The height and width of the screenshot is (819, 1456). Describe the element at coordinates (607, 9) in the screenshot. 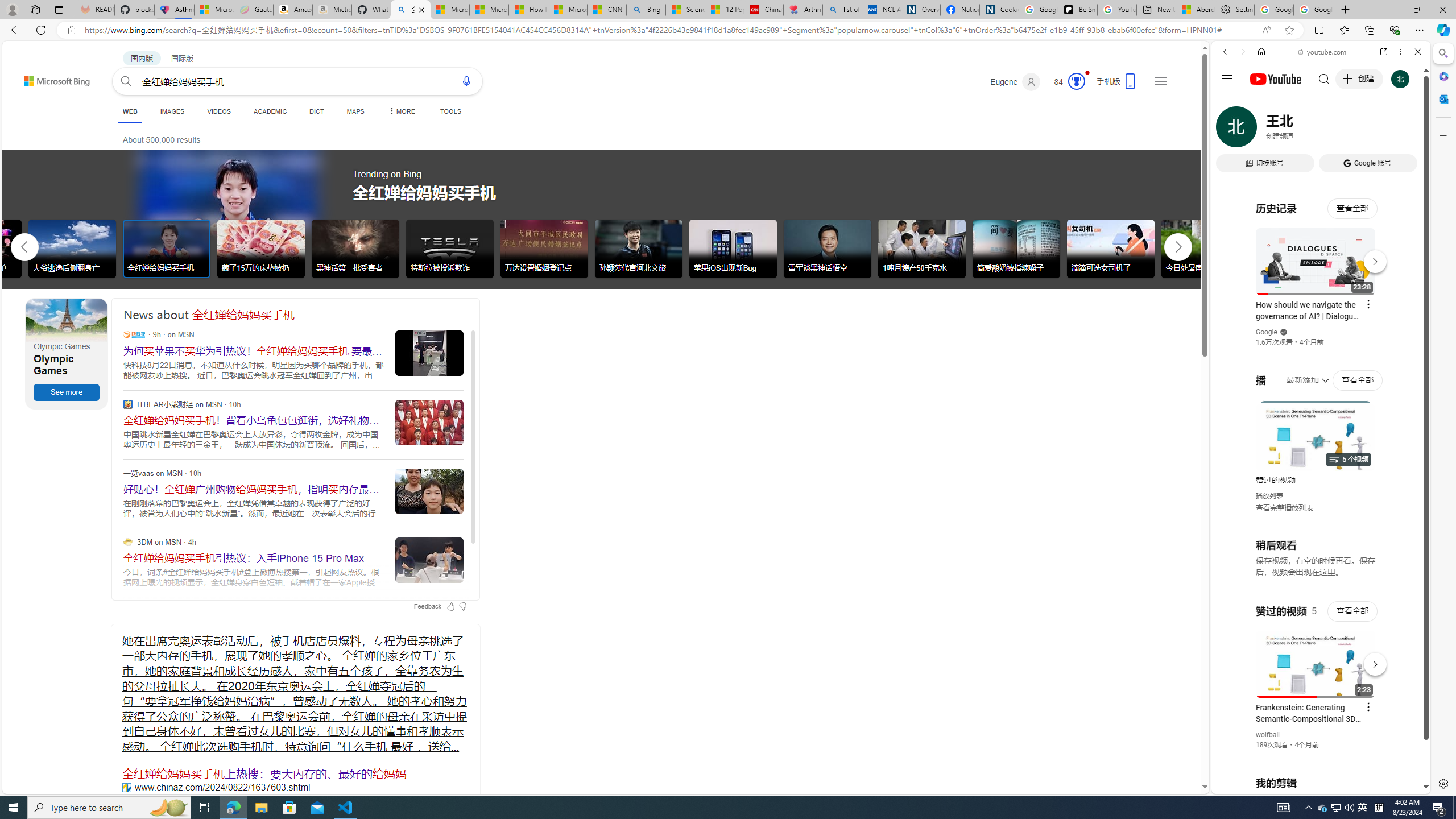

I see `'CNN - MSN'` at that location.